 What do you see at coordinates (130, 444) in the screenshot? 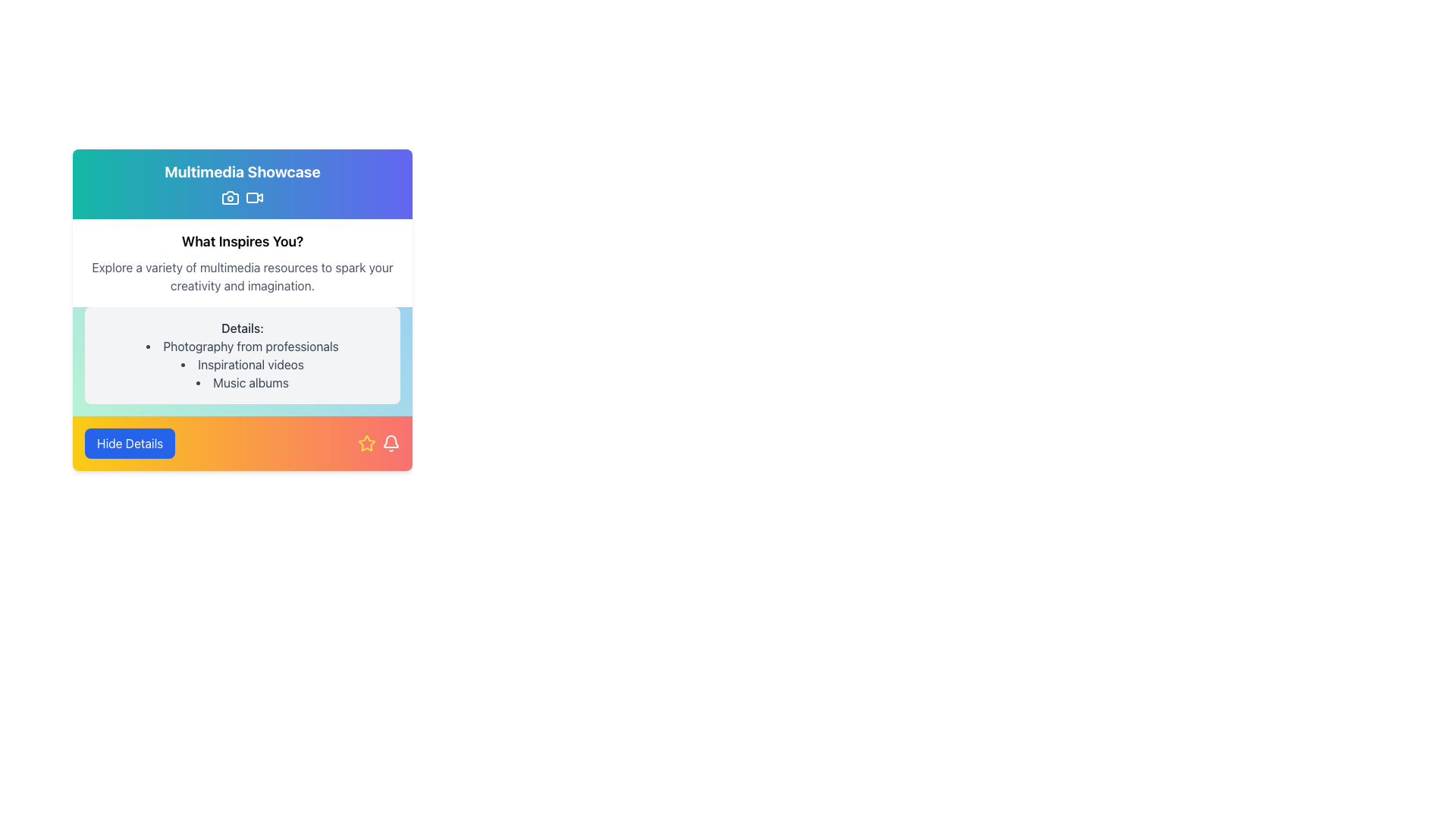
I see `the button located at the bottom left corner of the section with a gradient background transitioning from yellow to red to hide details from the user interface` at bounding box center [130, 444].